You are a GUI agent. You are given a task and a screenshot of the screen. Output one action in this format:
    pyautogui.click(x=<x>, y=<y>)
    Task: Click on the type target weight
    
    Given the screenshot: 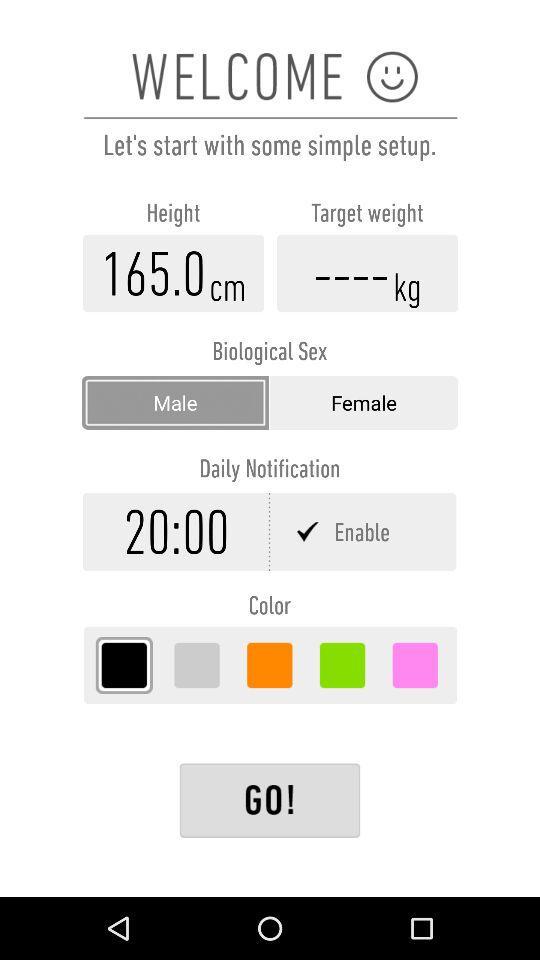 What is the action you would take?
    pyautogui.click(x=366, y=272)
    